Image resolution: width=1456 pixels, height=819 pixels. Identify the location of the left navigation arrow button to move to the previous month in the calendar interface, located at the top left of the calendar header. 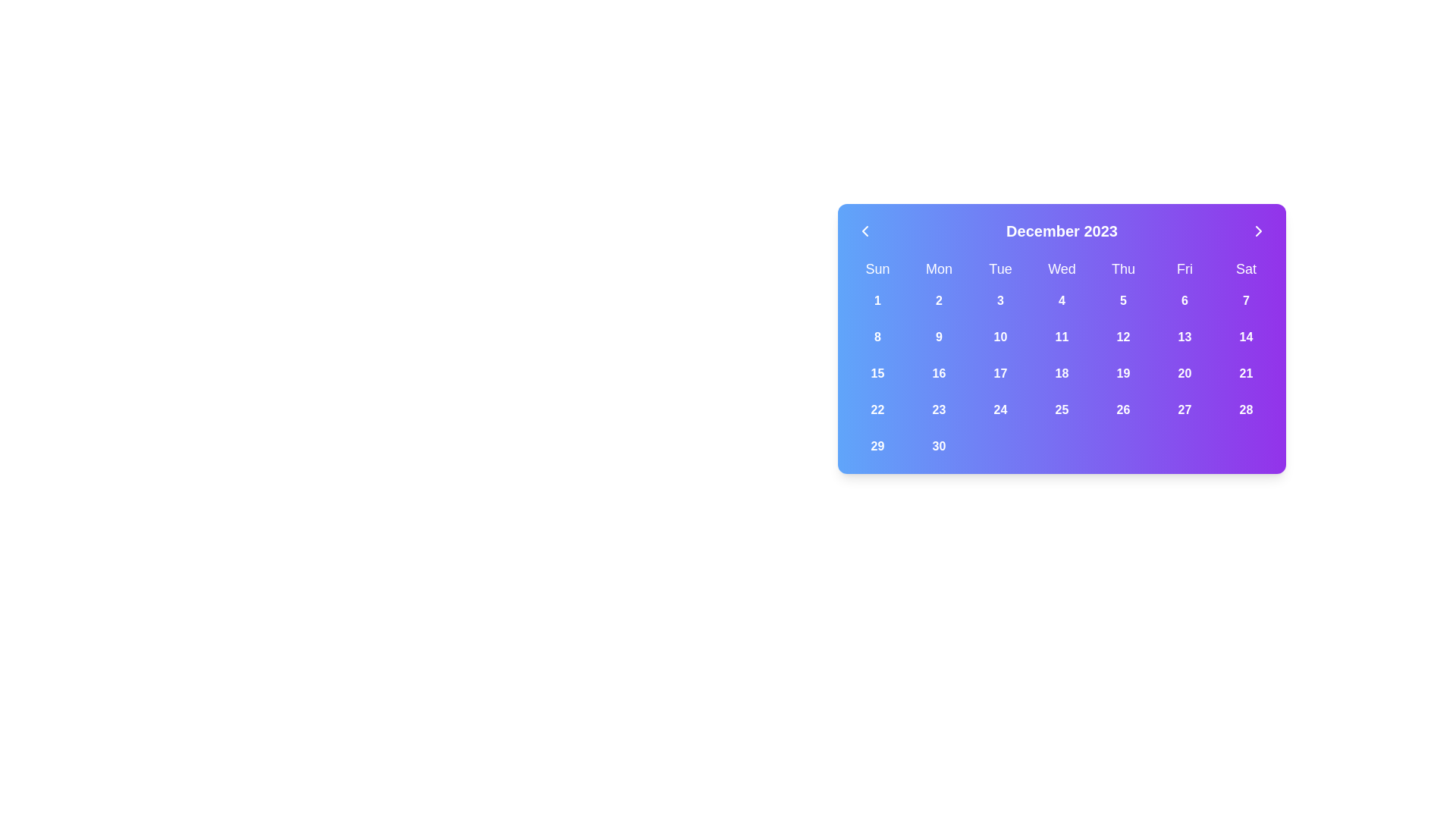
(865, 231).